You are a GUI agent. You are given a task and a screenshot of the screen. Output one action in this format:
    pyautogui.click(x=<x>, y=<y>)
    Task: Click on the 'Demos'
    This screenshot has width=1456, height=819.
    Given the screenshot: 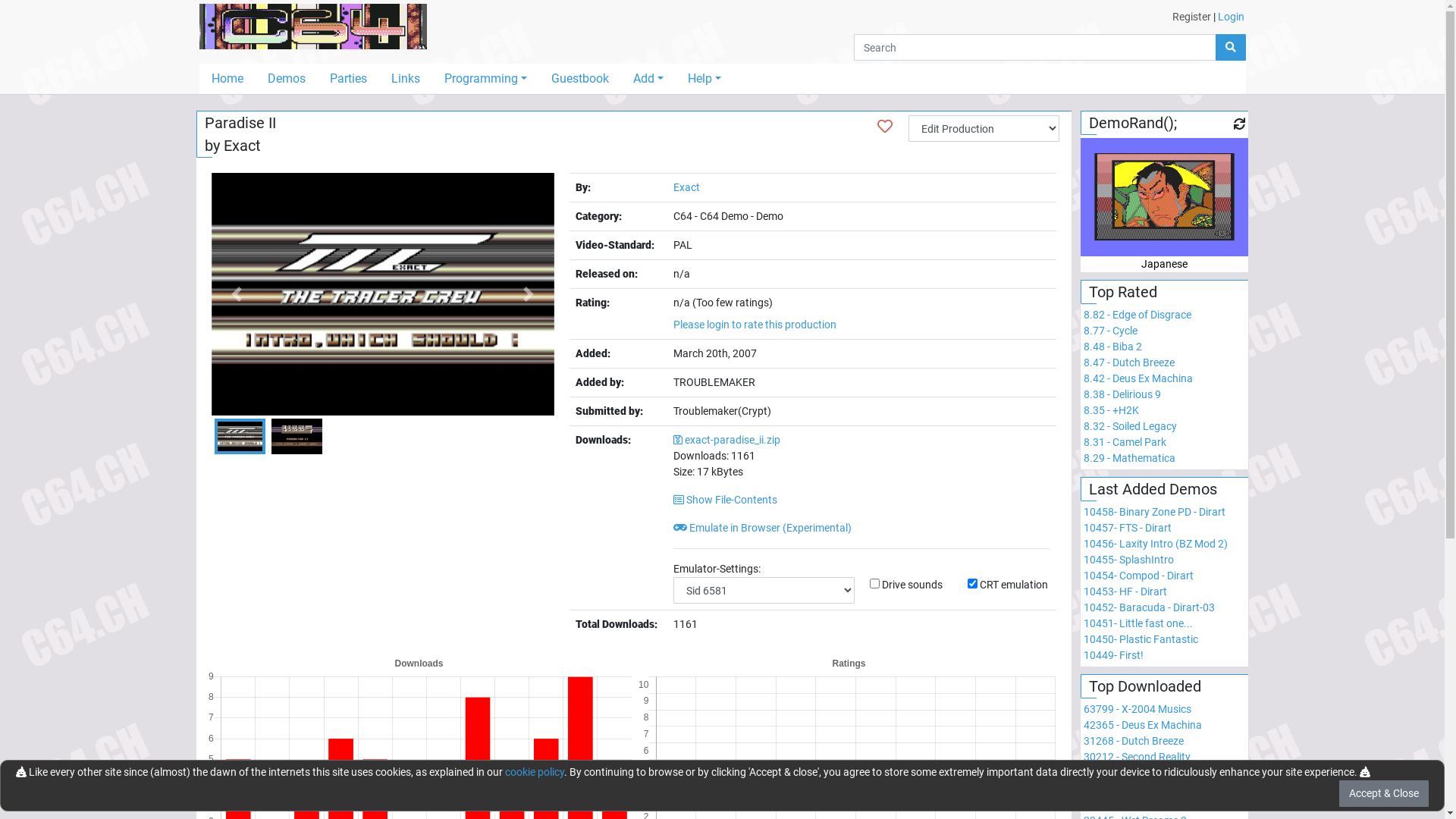 What is the action you would take?
    pyautogui.click(x=286, y=79)
    